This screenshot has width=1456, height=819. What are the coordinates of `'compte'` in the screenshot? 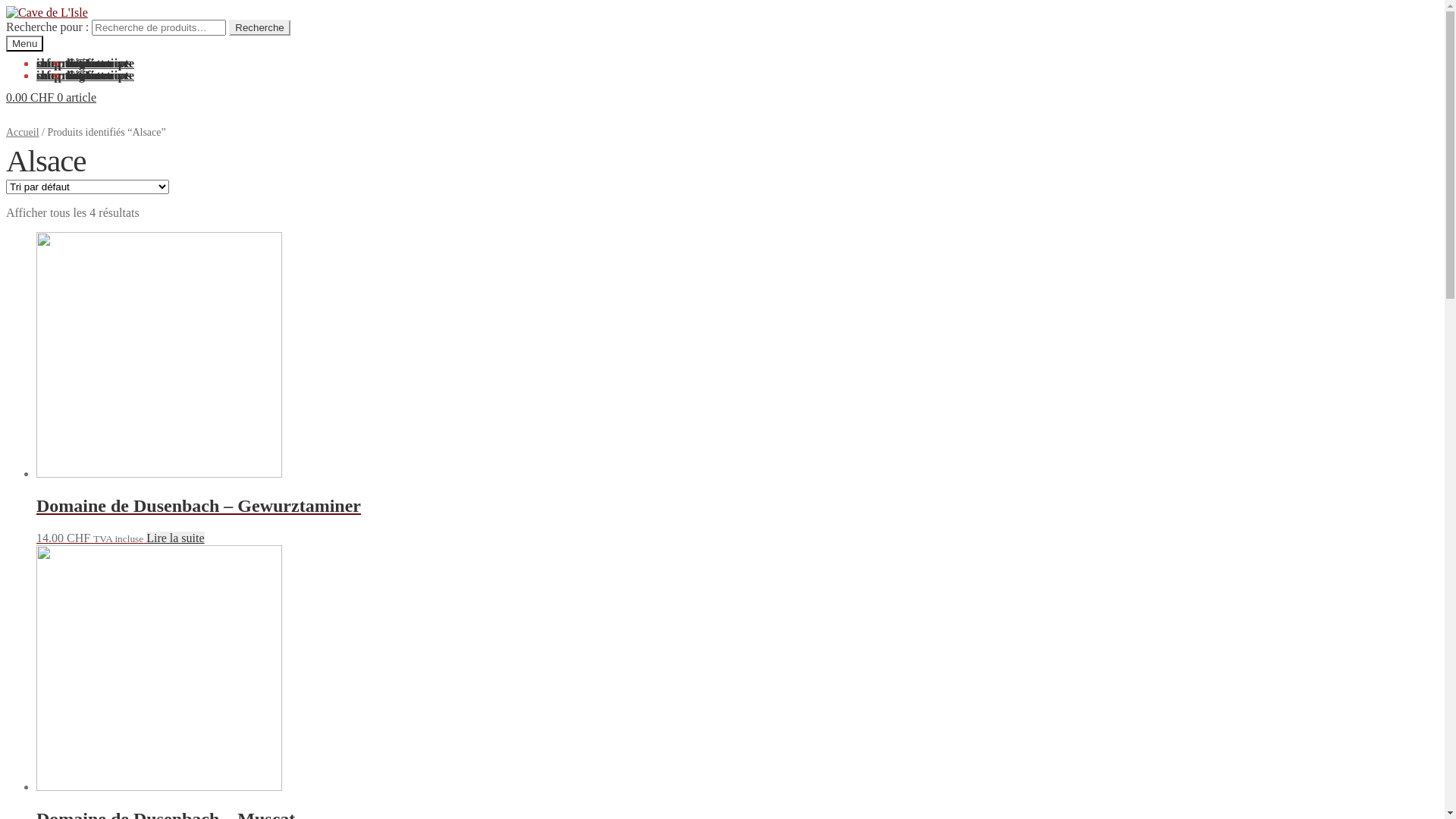 It's located at (55, 62).